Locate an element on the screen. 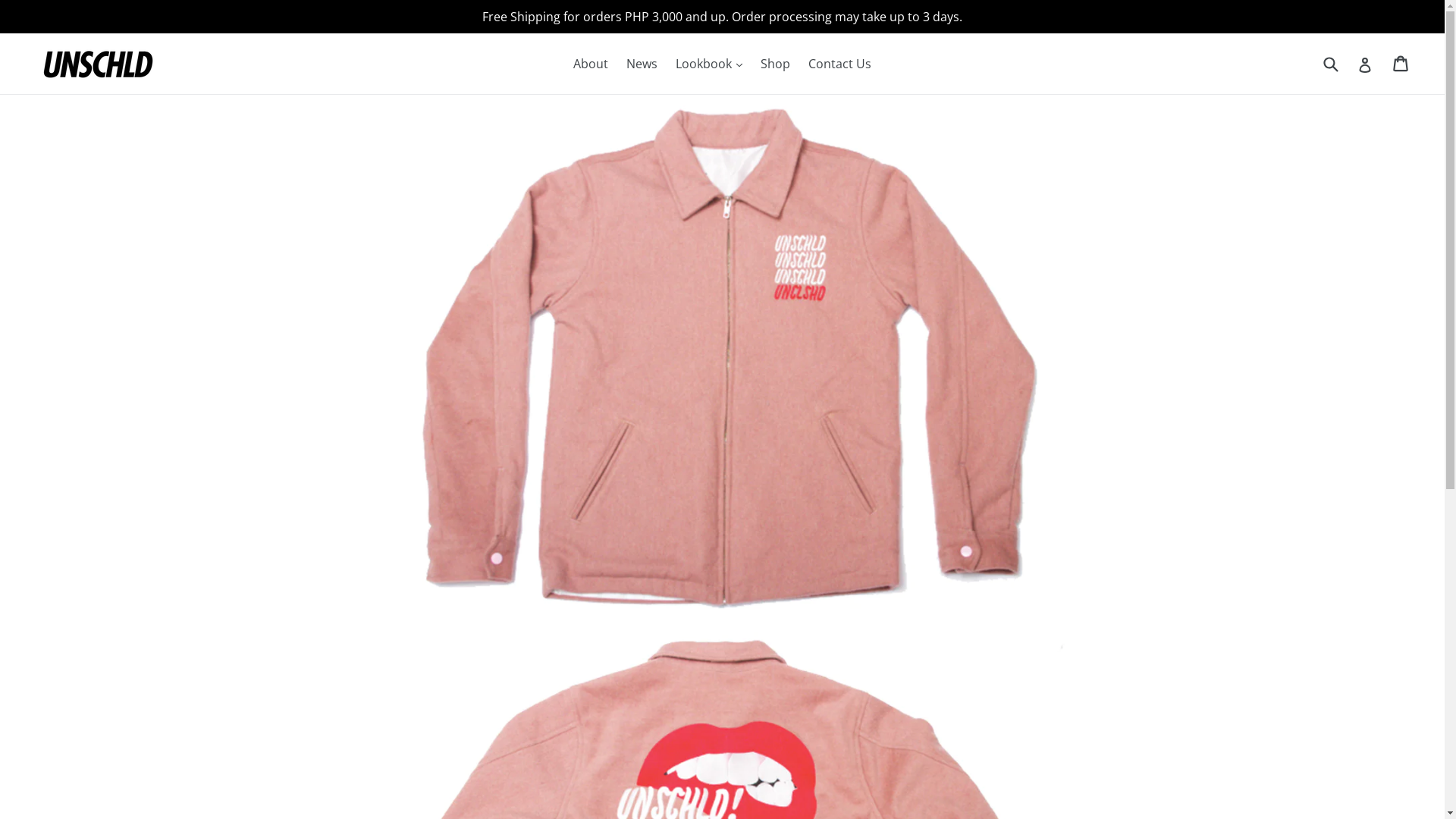  'Shop' is located at coordinates (753, 63).